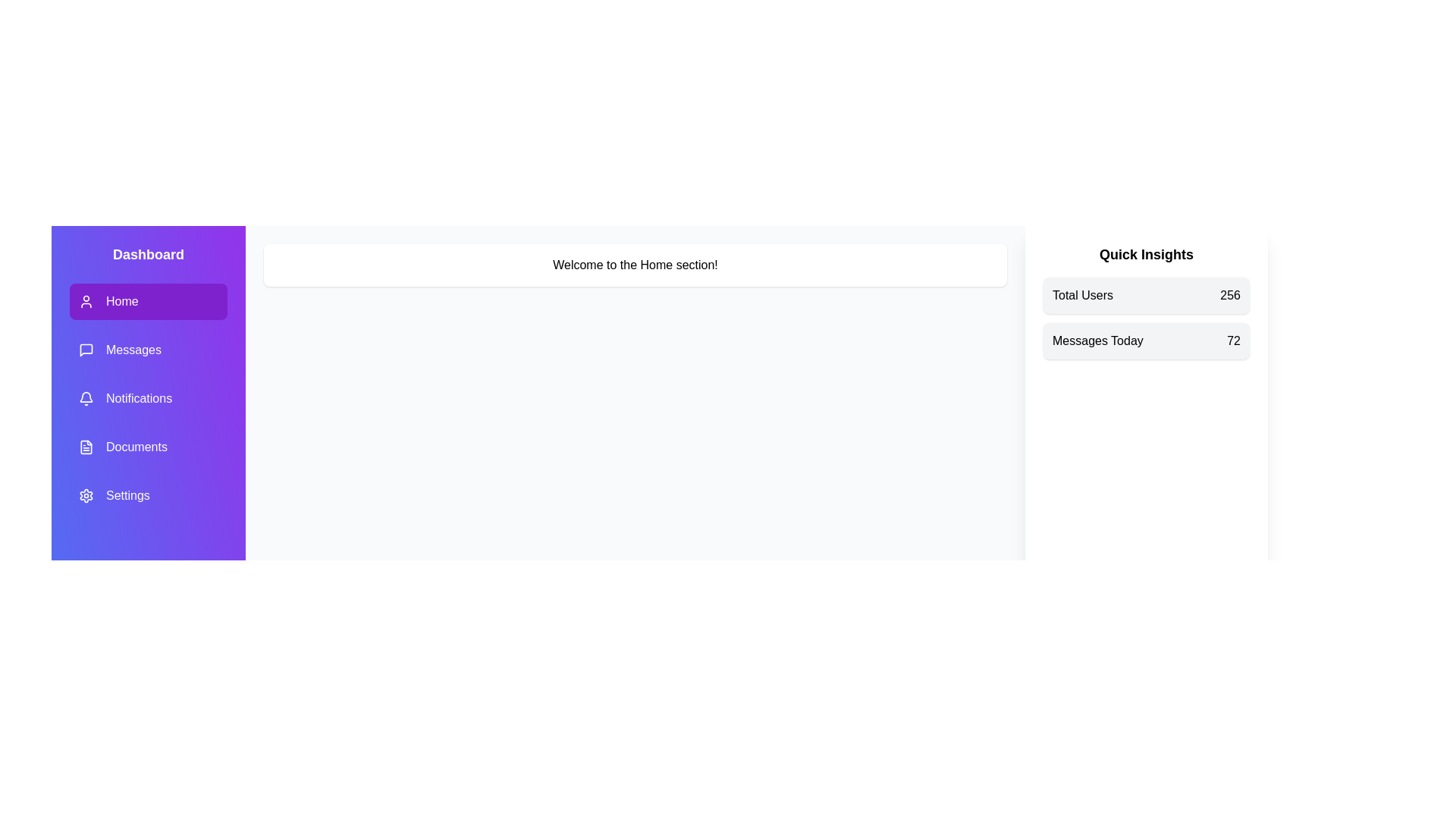 This screenshot has height=819, width=1456. Describe the element at coordinates (1147, 318) in the screenshot. I see `the Display component in the 'Quick Insights' section, which shows 'Total Users' with '256' and 'Messages Today' with '72', styled with a light background and rounded corners` at that location.